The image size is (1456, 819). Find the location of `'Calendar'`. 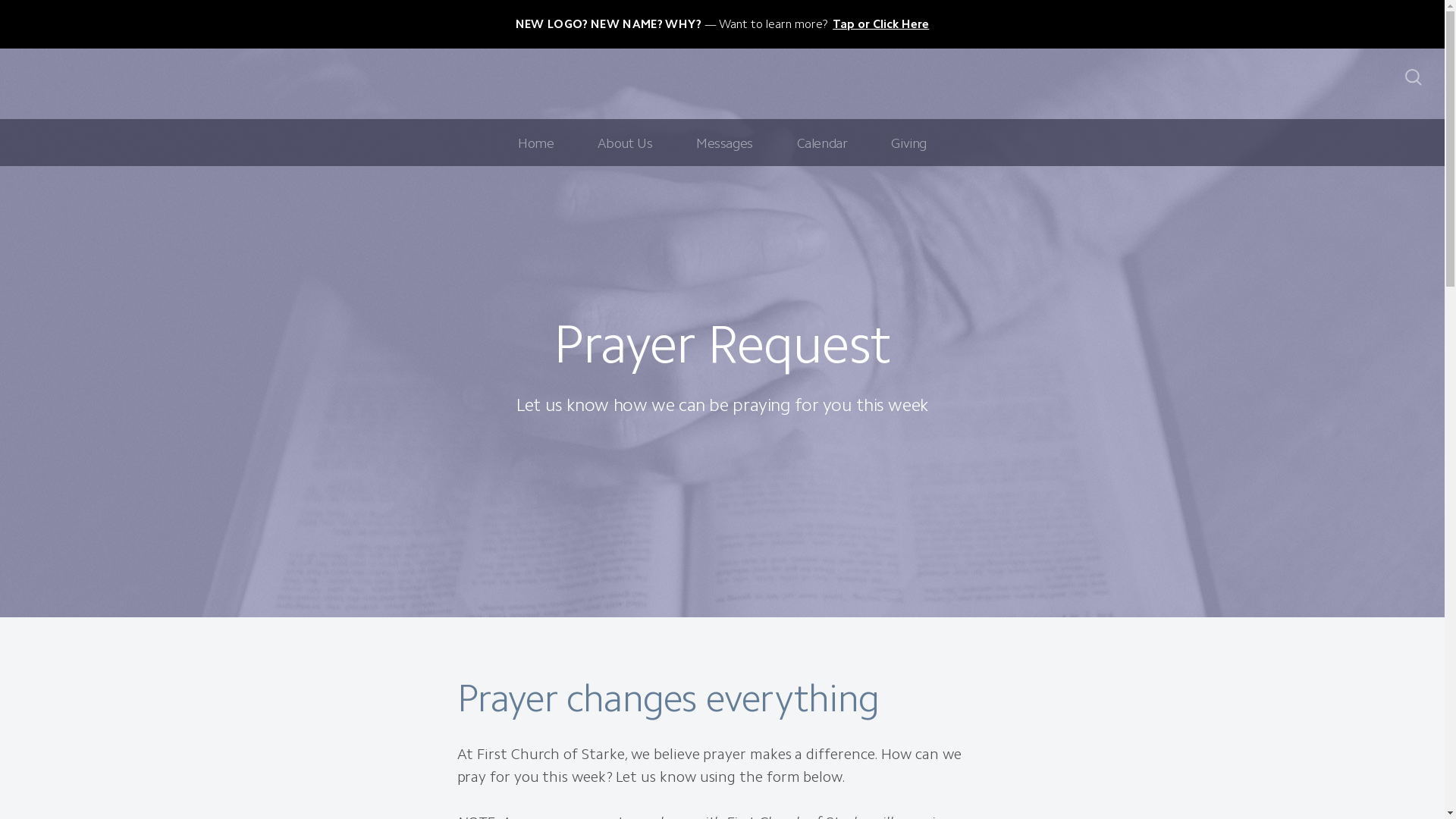

'Calendar' is located at coordinates (821, 143).